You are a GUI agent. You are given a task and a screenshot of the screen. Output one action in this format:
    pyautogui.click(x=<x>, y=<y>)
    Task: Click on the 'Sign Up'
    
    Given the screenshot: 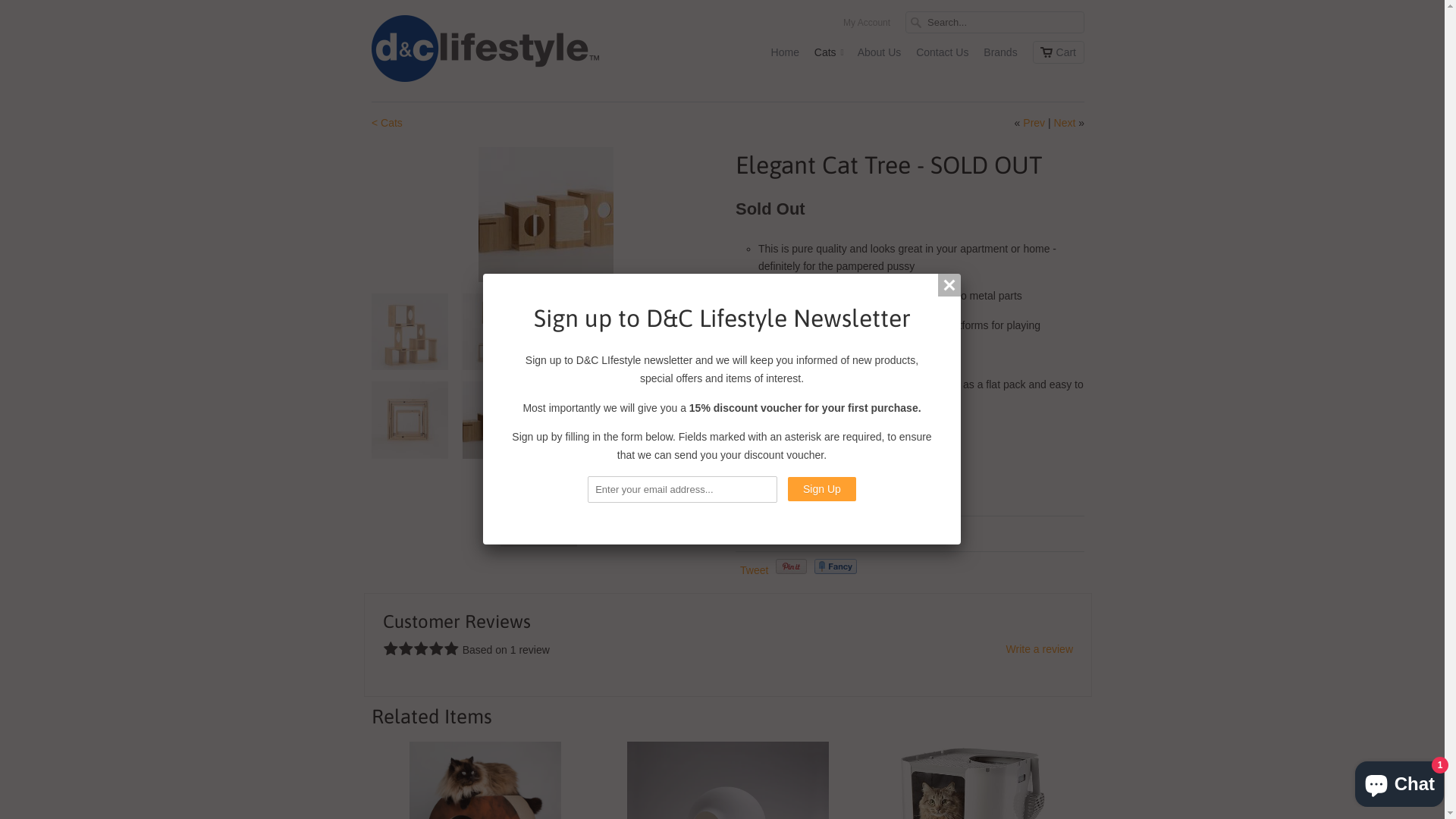 What is the action you would take?
    pyautogui.click(x=821, y=488)
    